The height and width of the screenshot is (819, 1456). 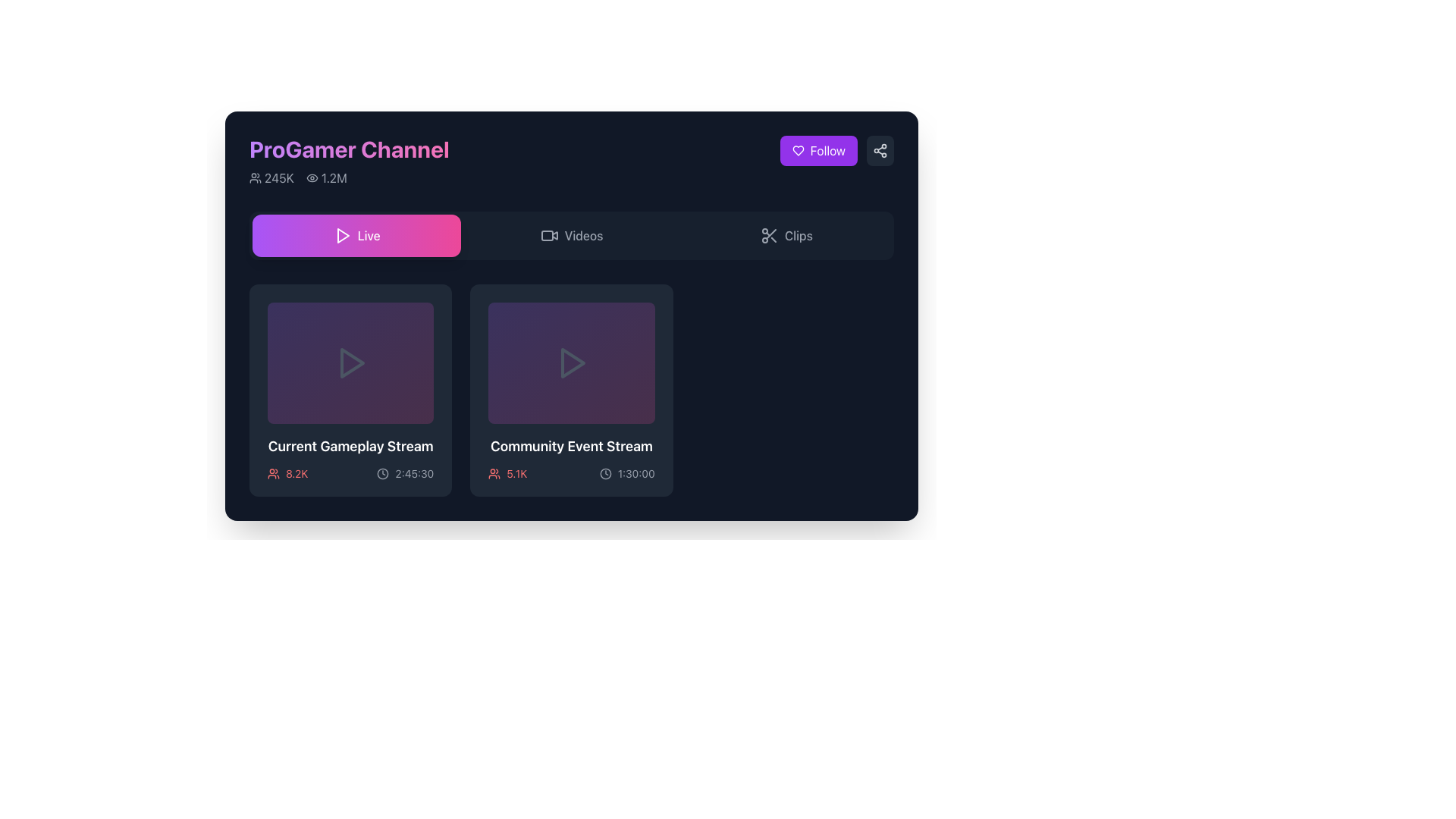 What do you see at coordinates (836, 151) in the screenshot?
I see `the follow button located at the top-right corner of the channel information section to observe hover effects` at bounding box center [836, 151].